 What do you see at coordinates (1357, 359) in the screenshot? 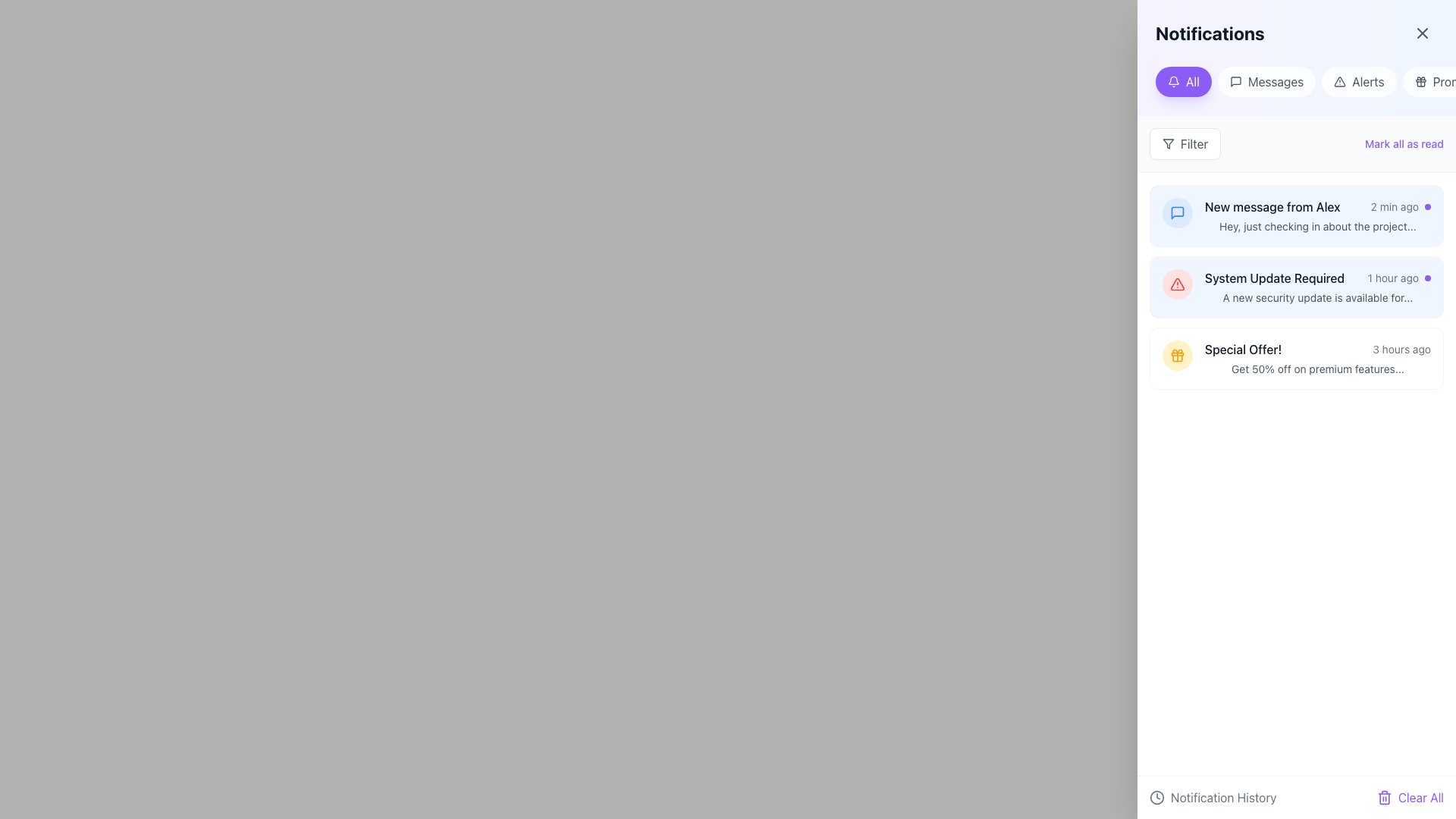
I see `the SVG icon associated with the 'Special Offer!' notification to archive it` at bounding box center [1357, 359].